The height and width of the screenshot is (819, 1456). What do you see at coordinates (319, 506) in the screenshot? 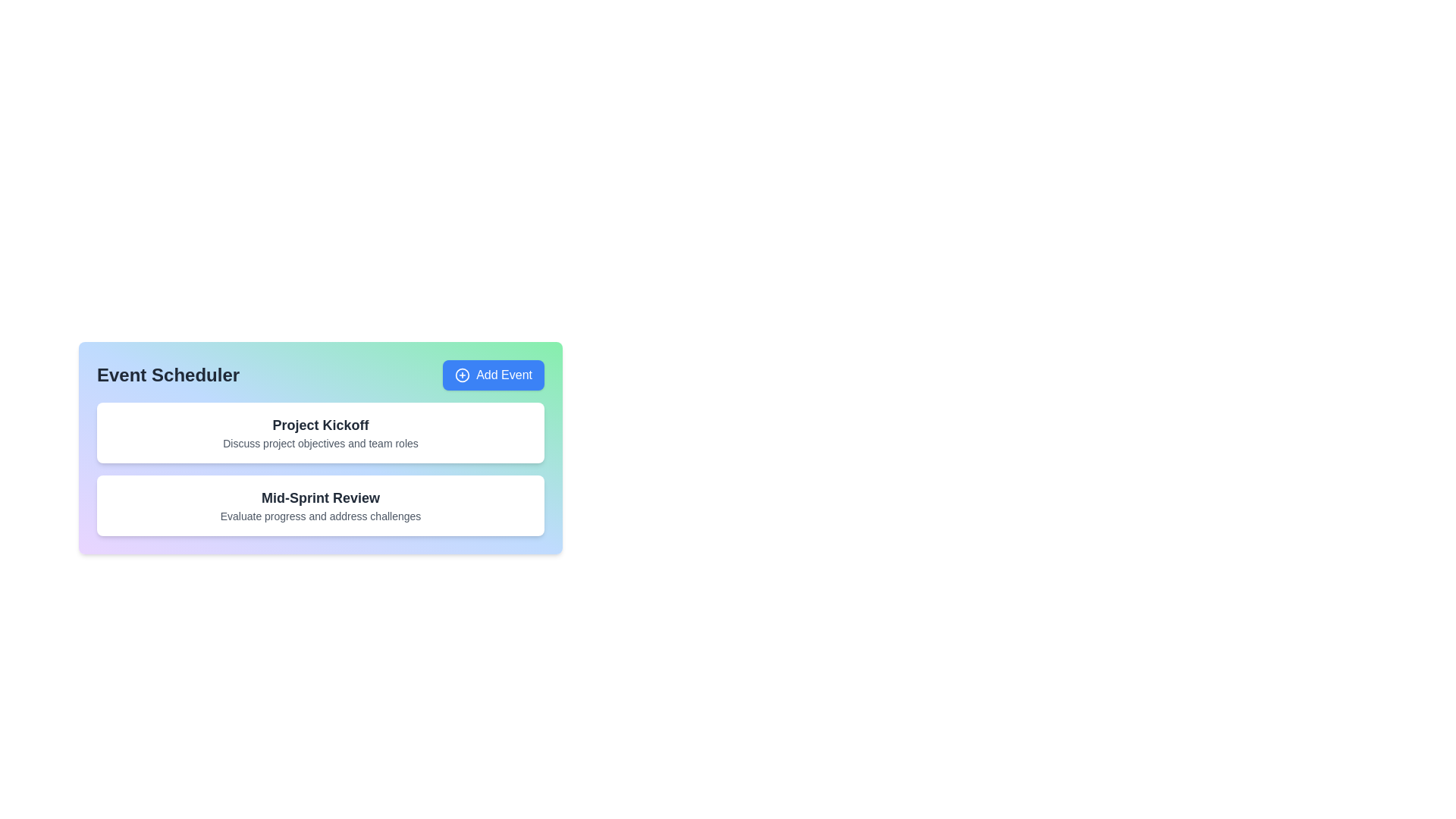
I see `the Information Card for the event titled 'Mid-Sprint Review', which is located below the 'Project Kickoff' element in the 'Event Scheduler' section` at bounding box center [319, 506].